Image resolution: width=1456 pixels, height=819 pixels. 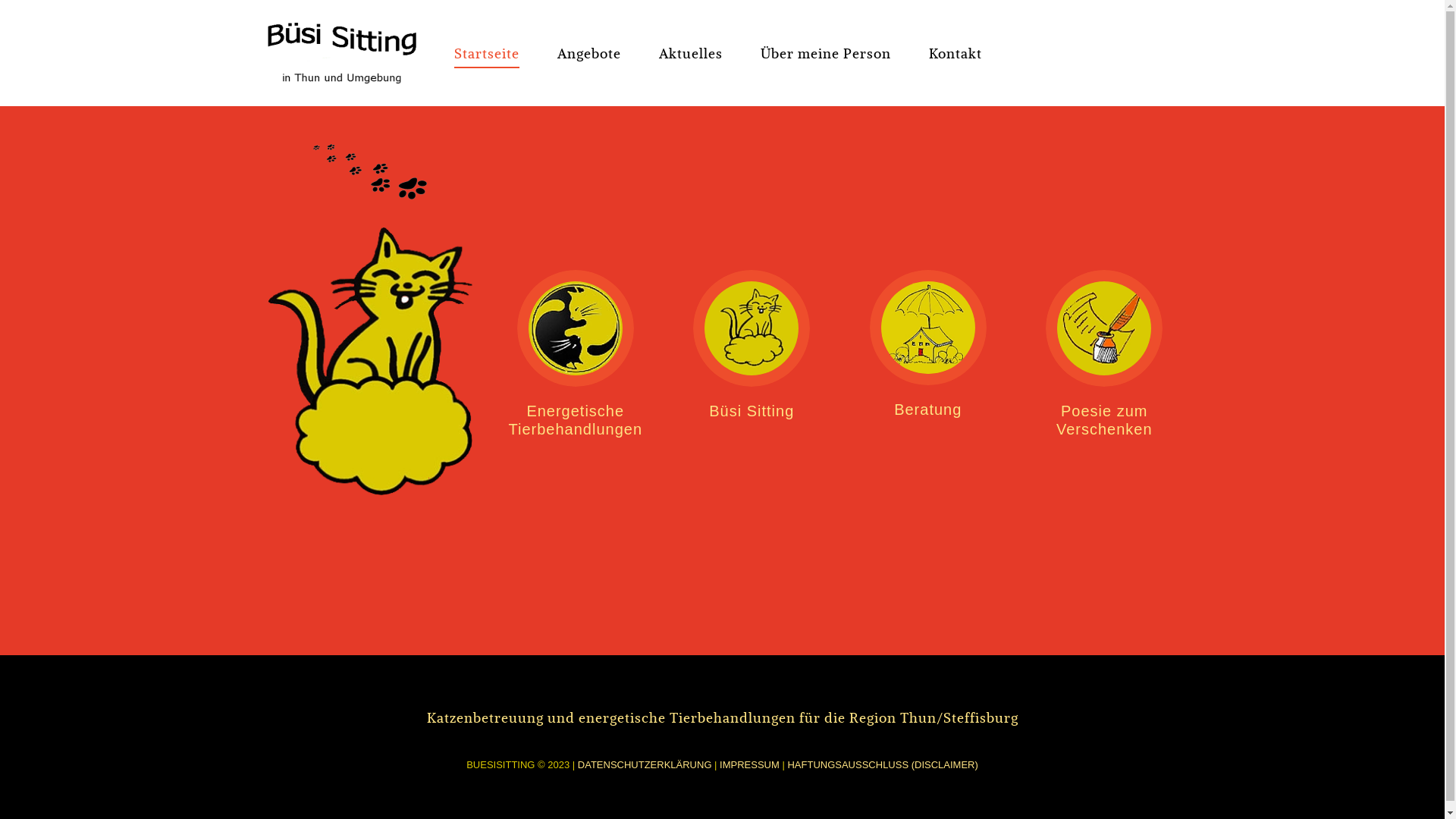 What do you see at coordinates (953, 52) in the screenshot?
I see `'Kontakt'` at bounding box center [953, 52].